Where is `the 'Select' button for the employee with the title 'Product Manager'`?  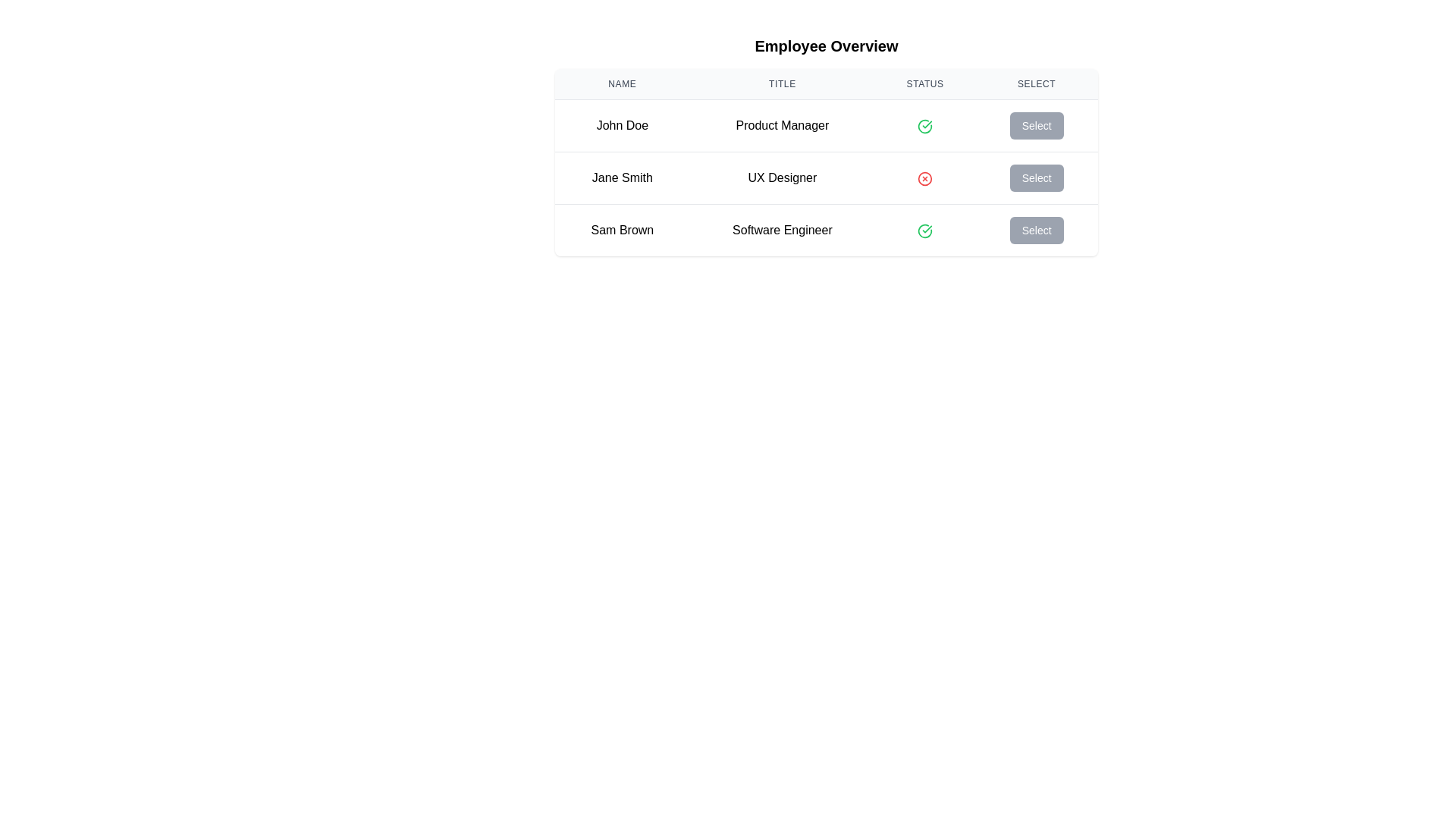
the 'Select' button for the employee with the title 'Product Manager' is located at coordinates (1036, 124).